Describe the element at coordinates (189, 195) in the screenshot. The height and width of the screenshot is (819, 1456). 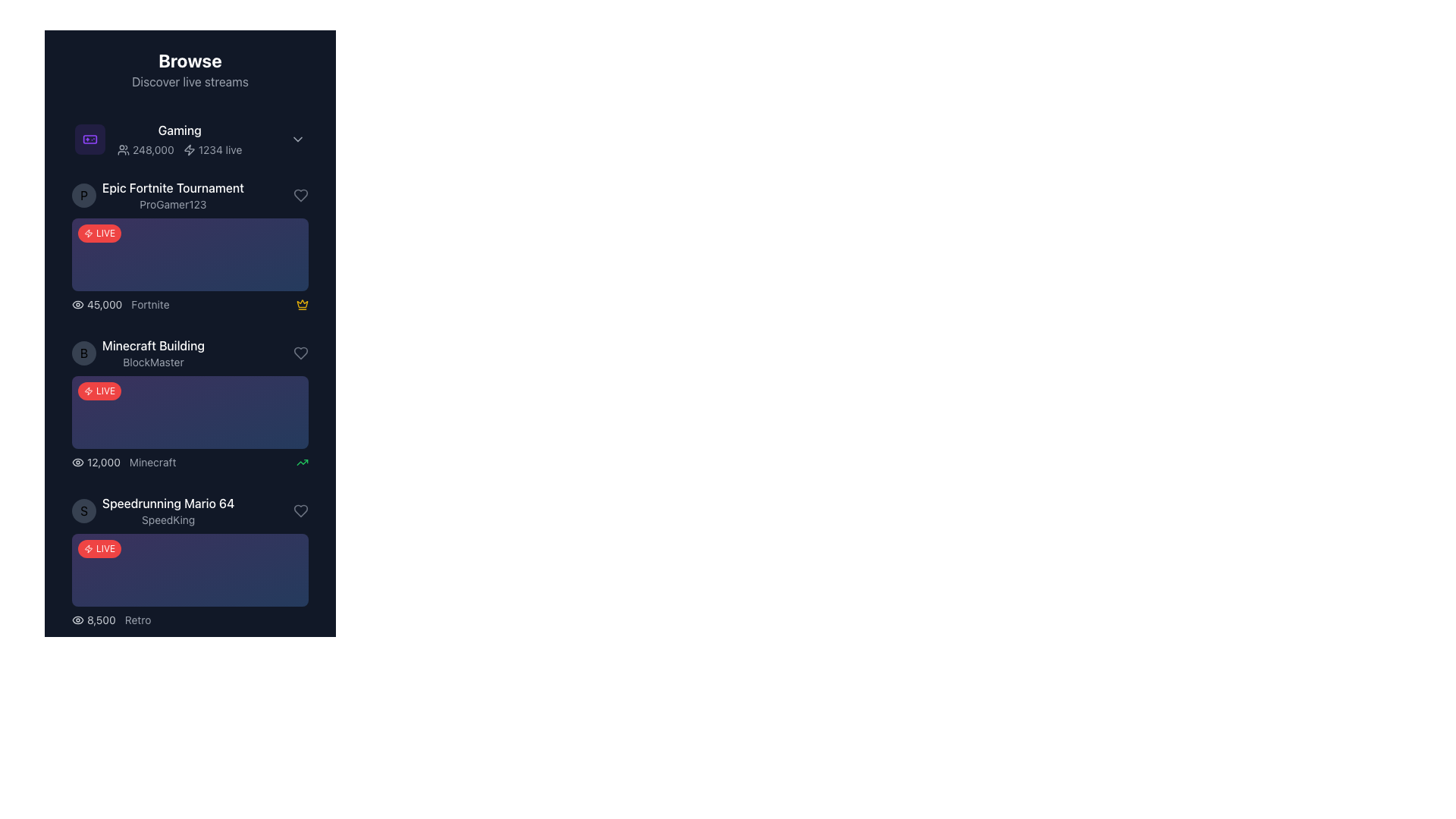
I see `the second list item representing a clickable item for accessing details about the live Fortnite tournament hosted by ProGamer123` at that location.